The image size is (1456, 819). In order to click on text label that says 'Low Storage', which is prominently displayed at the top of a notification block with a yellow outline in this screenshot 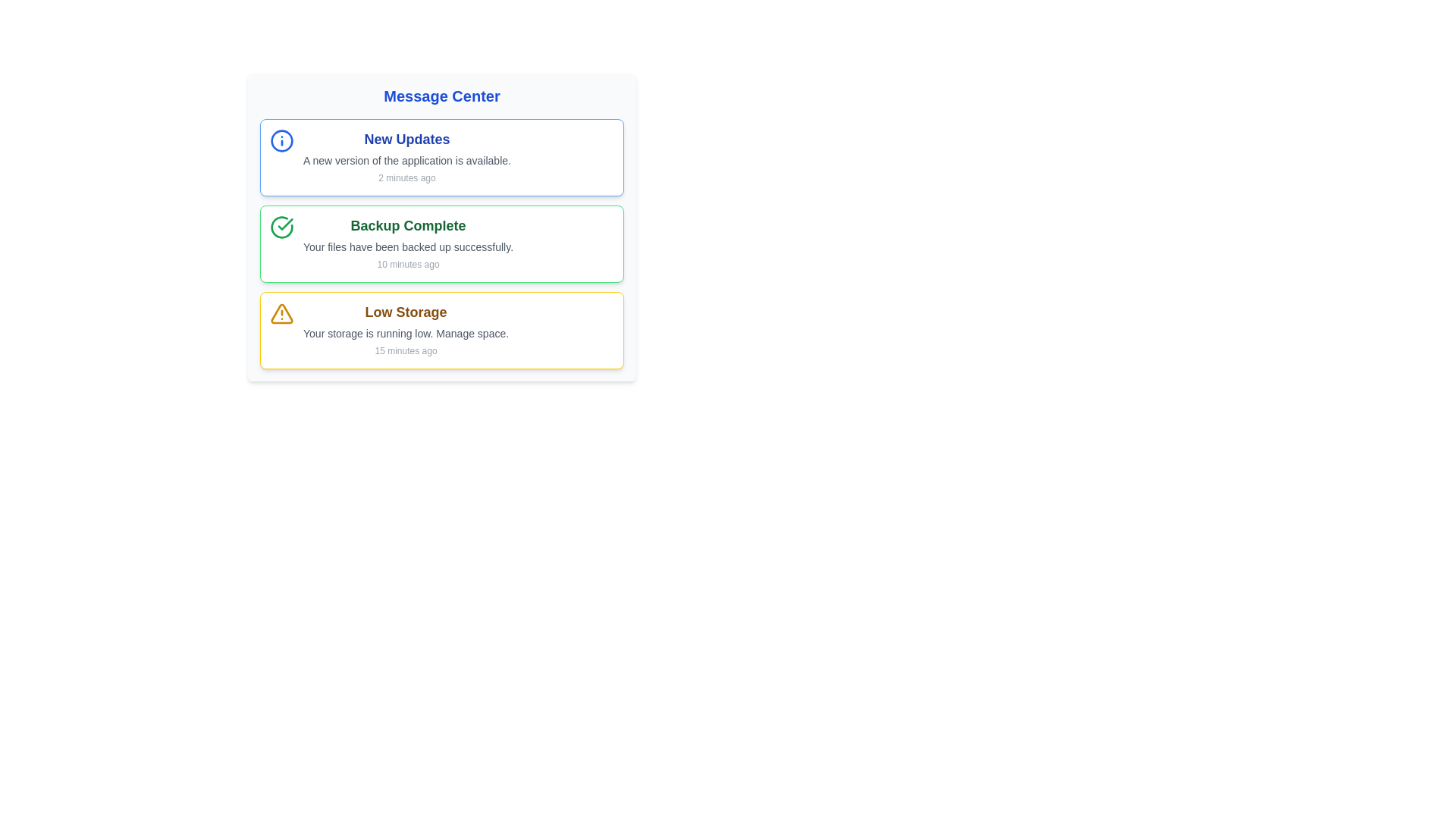, I will do `click(406, 312)`.